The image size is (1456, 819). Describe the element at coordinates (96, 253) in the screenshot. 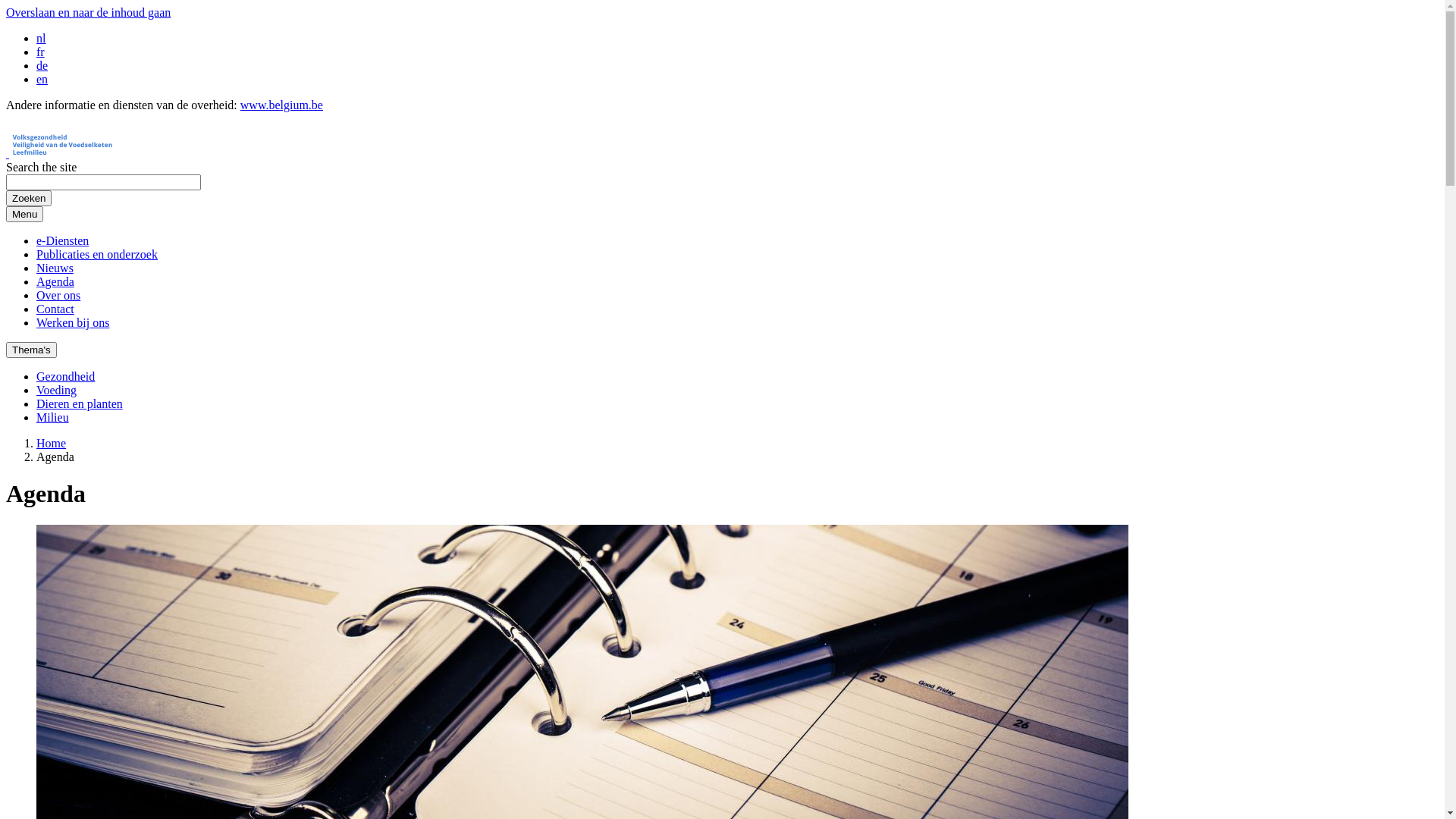

I see `'Publicaties en onderzoek'` at that location.